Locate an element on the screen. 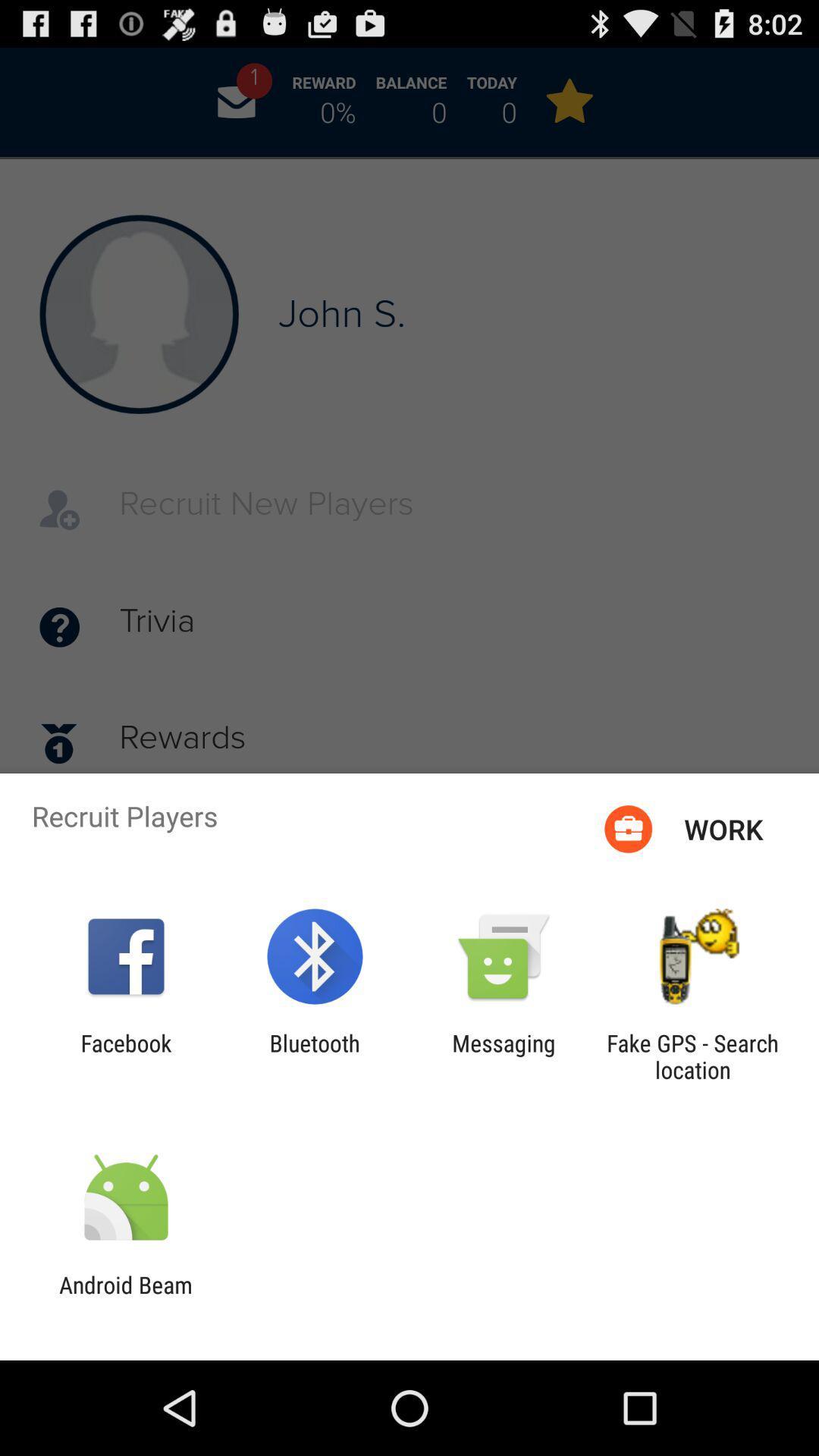 Image resolution: width=819 pixels, height=1456 pixels. item next to the facebook item is located at coordinates (314, 1056).